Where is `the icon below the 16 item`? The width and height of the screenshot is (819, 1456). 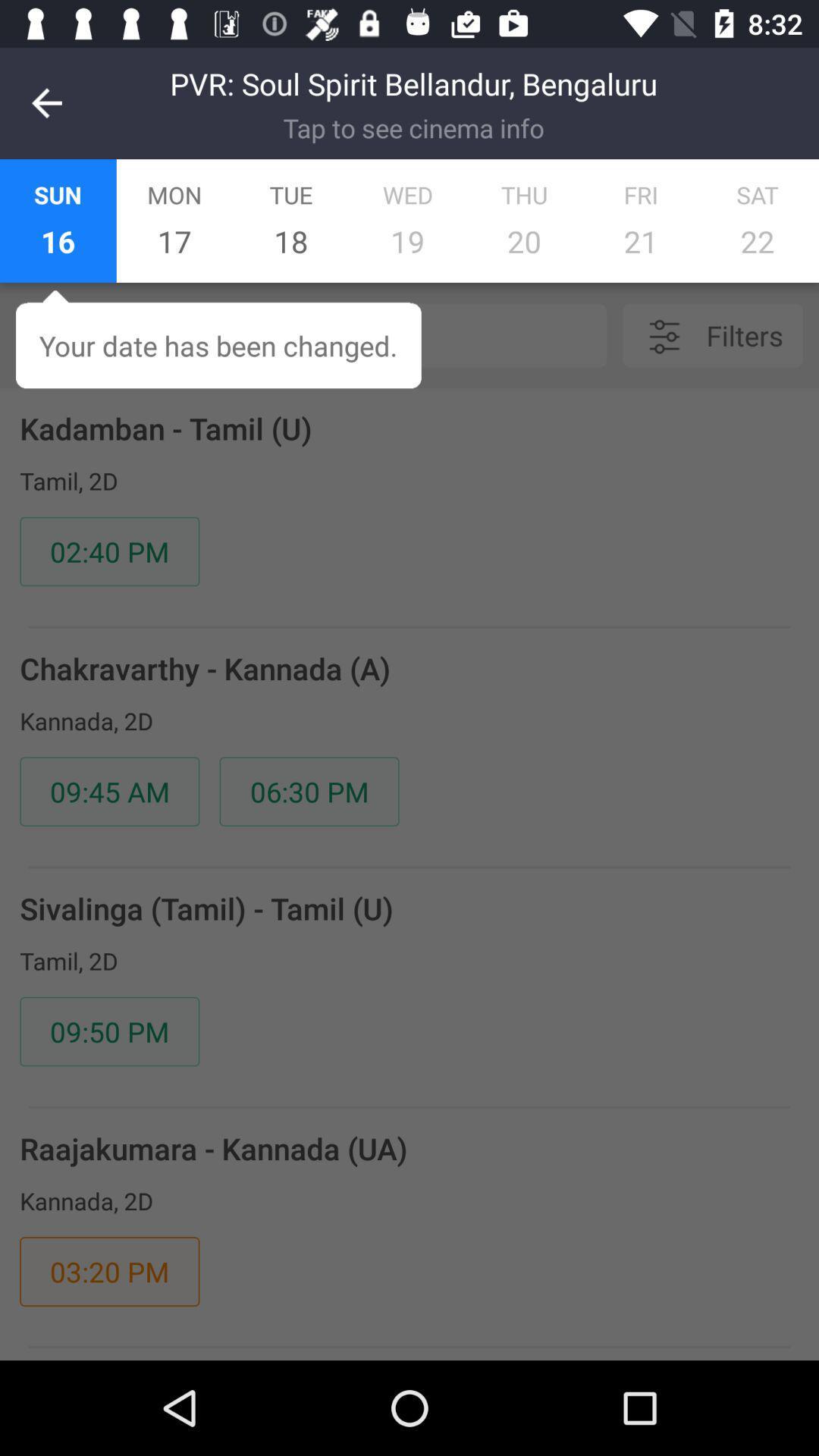
the icon below the 16 item is located at coordinates (348, 334).